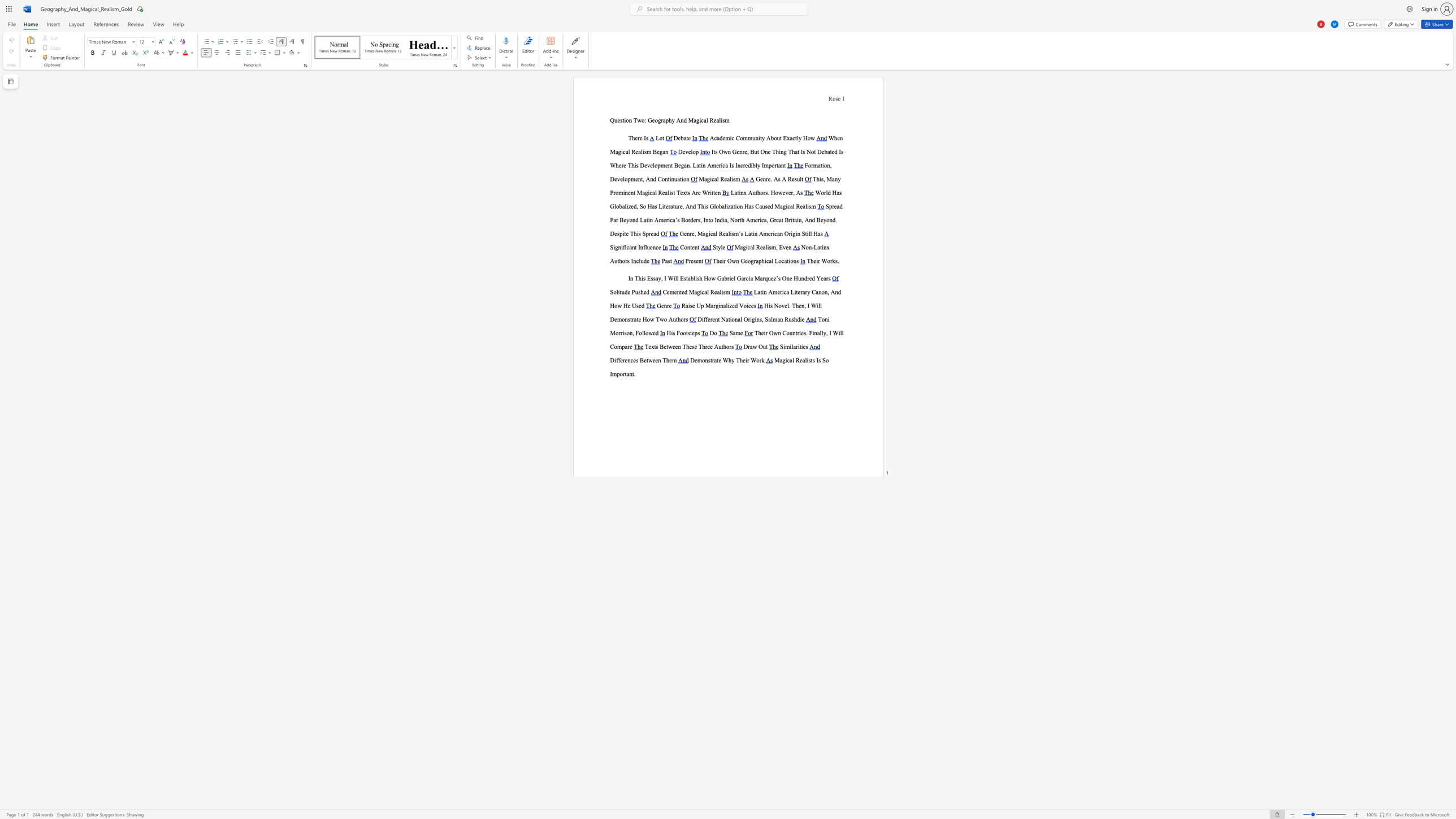 Image resolution: width=1456 pixels, height=819 pixels. What do you see at coordinates (689, 346) in the screenshot?
I see `the subset text "ese Three A" within the text "Texts Between These Three Authors"` at bounding box center [689, 346].